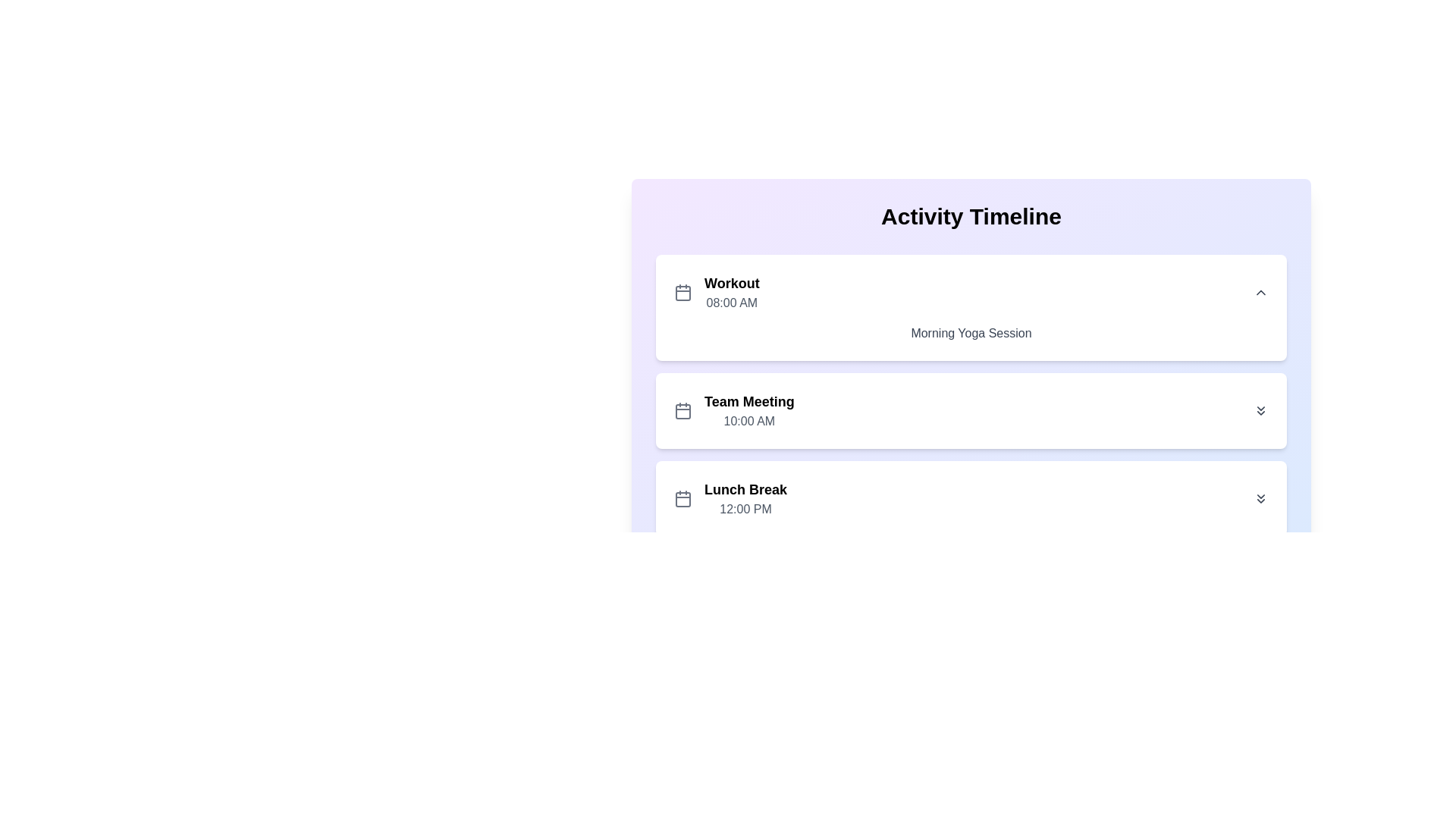 This screenshot has height=819, width=1456. What do you see at coordinates (1260, 292) in the screenshot?
I see `the collapse button located in the top right corner of the 'Workout' card to hide its details` at bounding box center [1260, 292].